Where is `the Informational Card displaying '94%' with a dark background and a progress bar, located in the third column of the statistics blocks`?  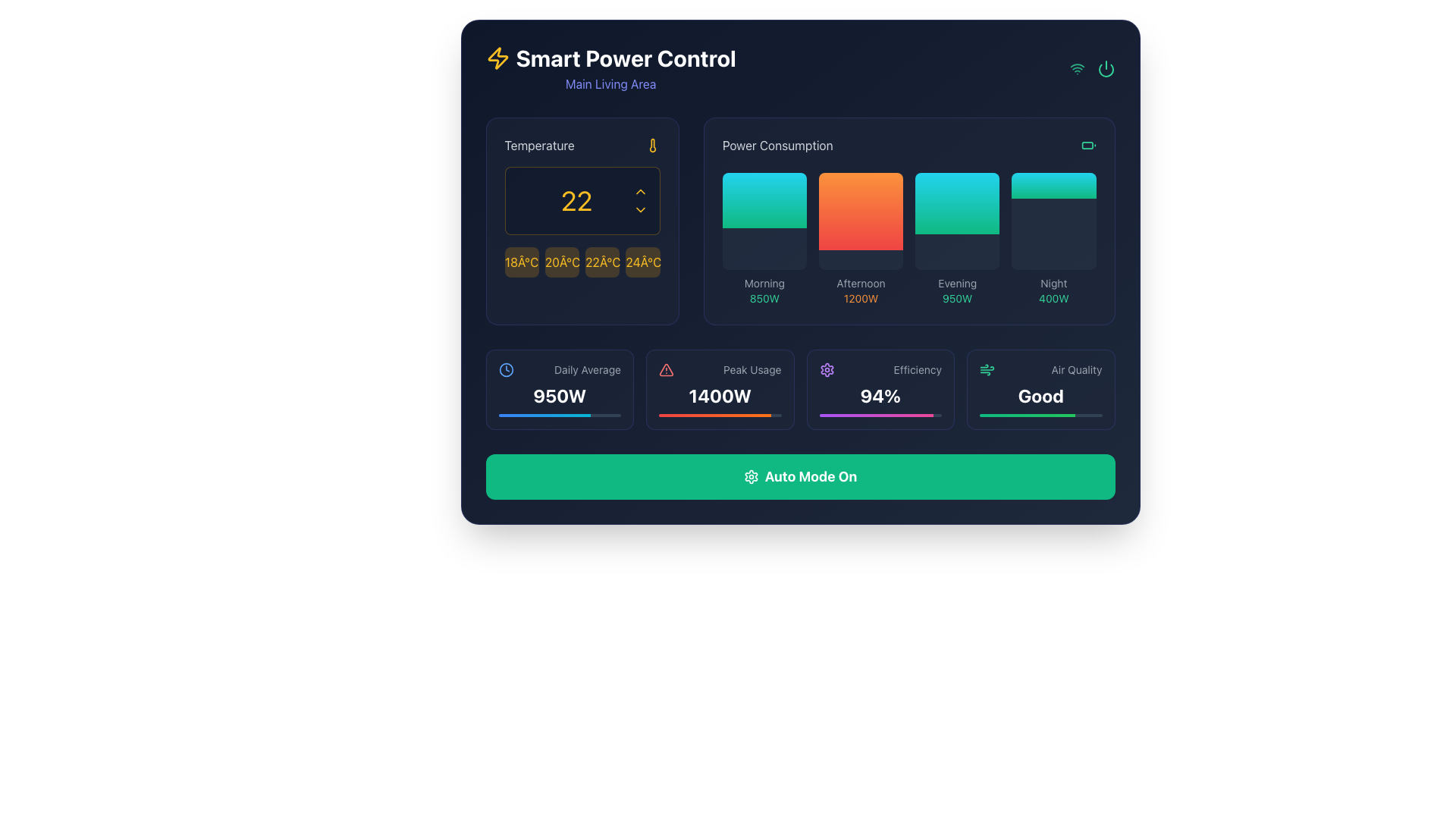
the Informational Card displaying '94%' with a dark background and a progress bar, located in the third column of the statistics blocks is located at coordinates (799, 388).